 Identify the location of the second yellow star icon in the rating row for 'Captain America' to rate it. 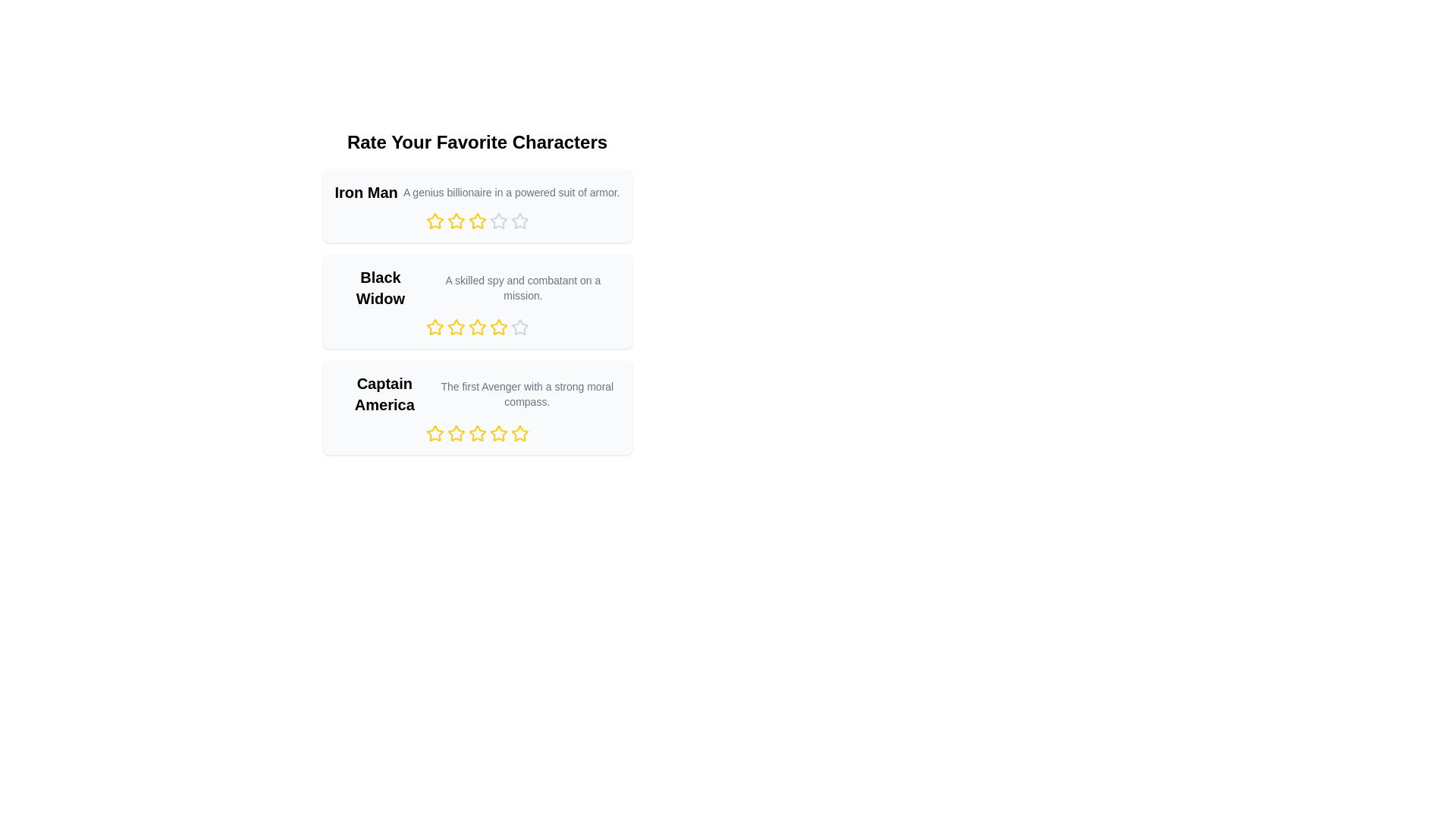
(434, 433).